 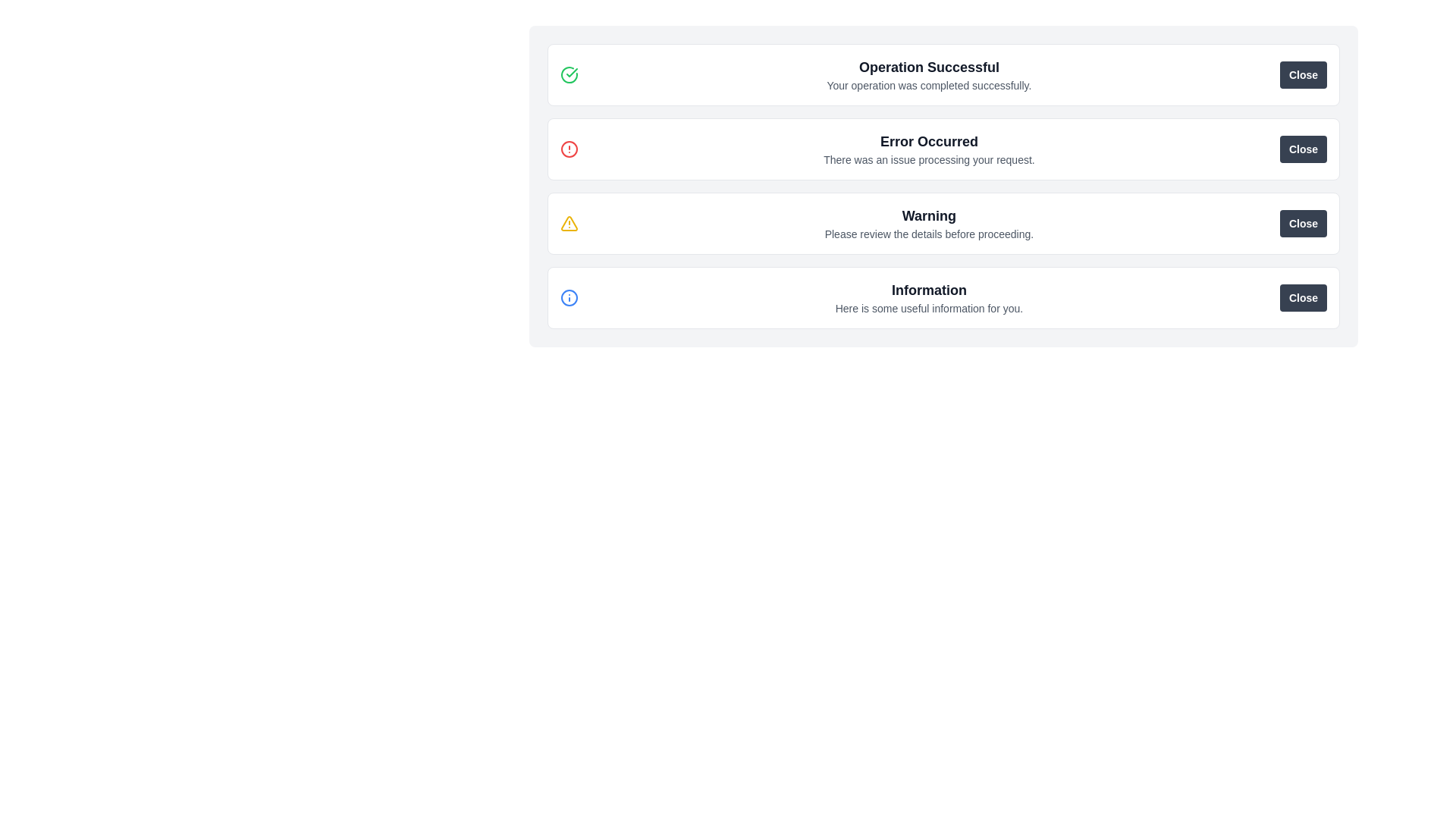 I want to click on the 'Operation Successful' text label, which is a bold and larger dark gray text located at the top of the notification card, so click(x=928, y=66).